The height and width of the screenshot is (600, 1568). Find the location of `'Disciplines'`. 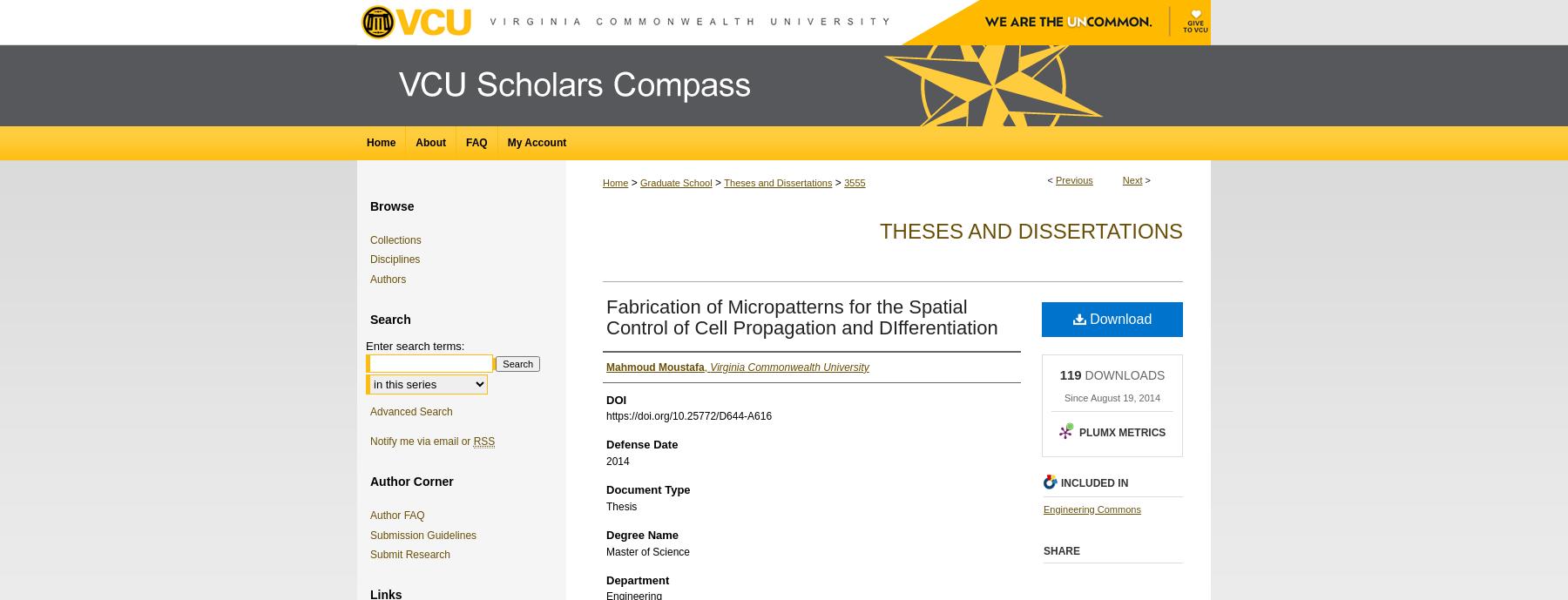

'Disciplines' is located at coordinates (394, 258).